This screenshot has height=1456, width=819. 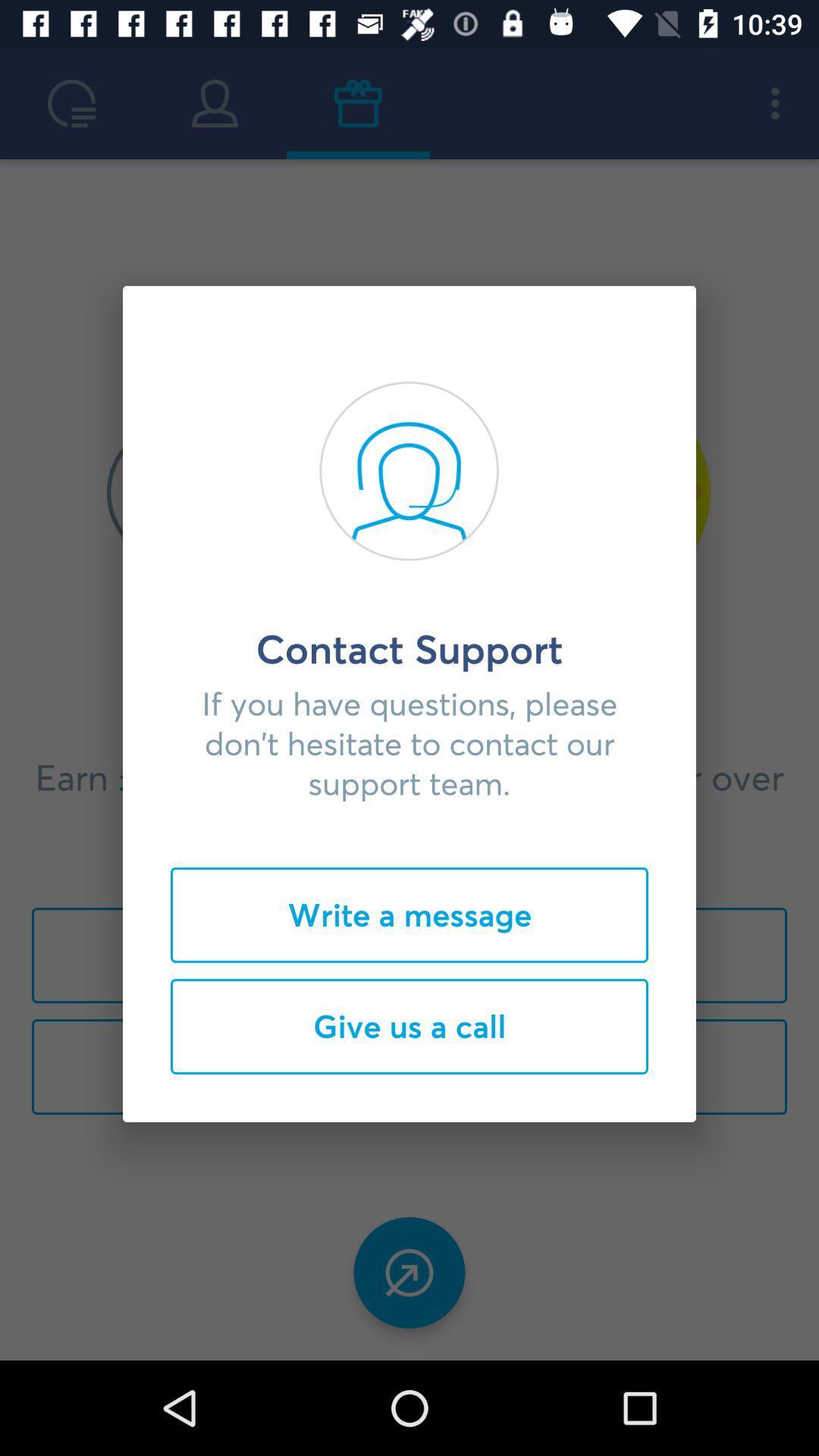 I want to click on the give us a icon, so click(x=409, y=1026).